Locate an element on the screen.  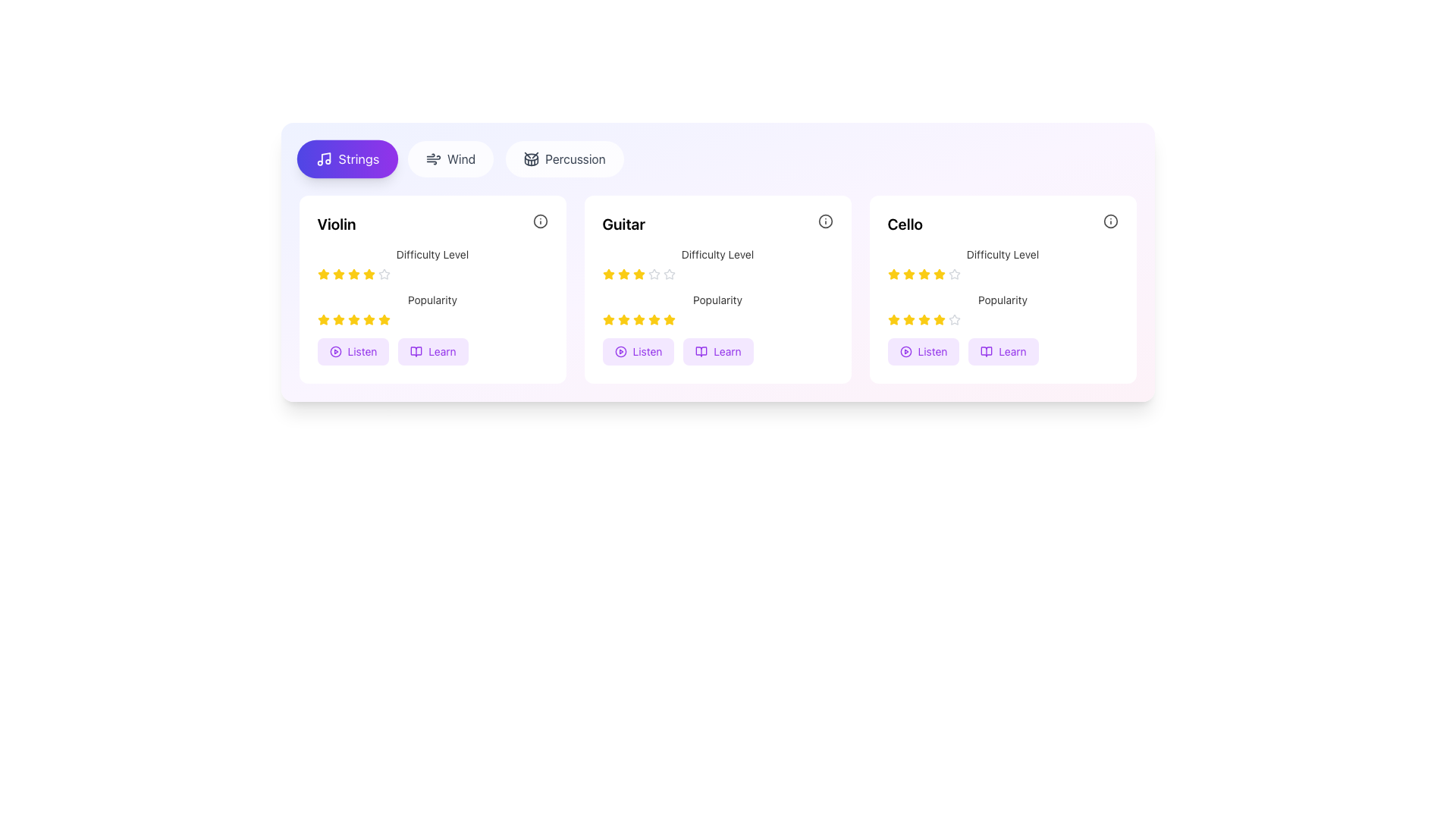
the first yellow star icon under the 'Difficulty Level' heading in the 'Violin' card to rate it is located at coordinates (322, 274).